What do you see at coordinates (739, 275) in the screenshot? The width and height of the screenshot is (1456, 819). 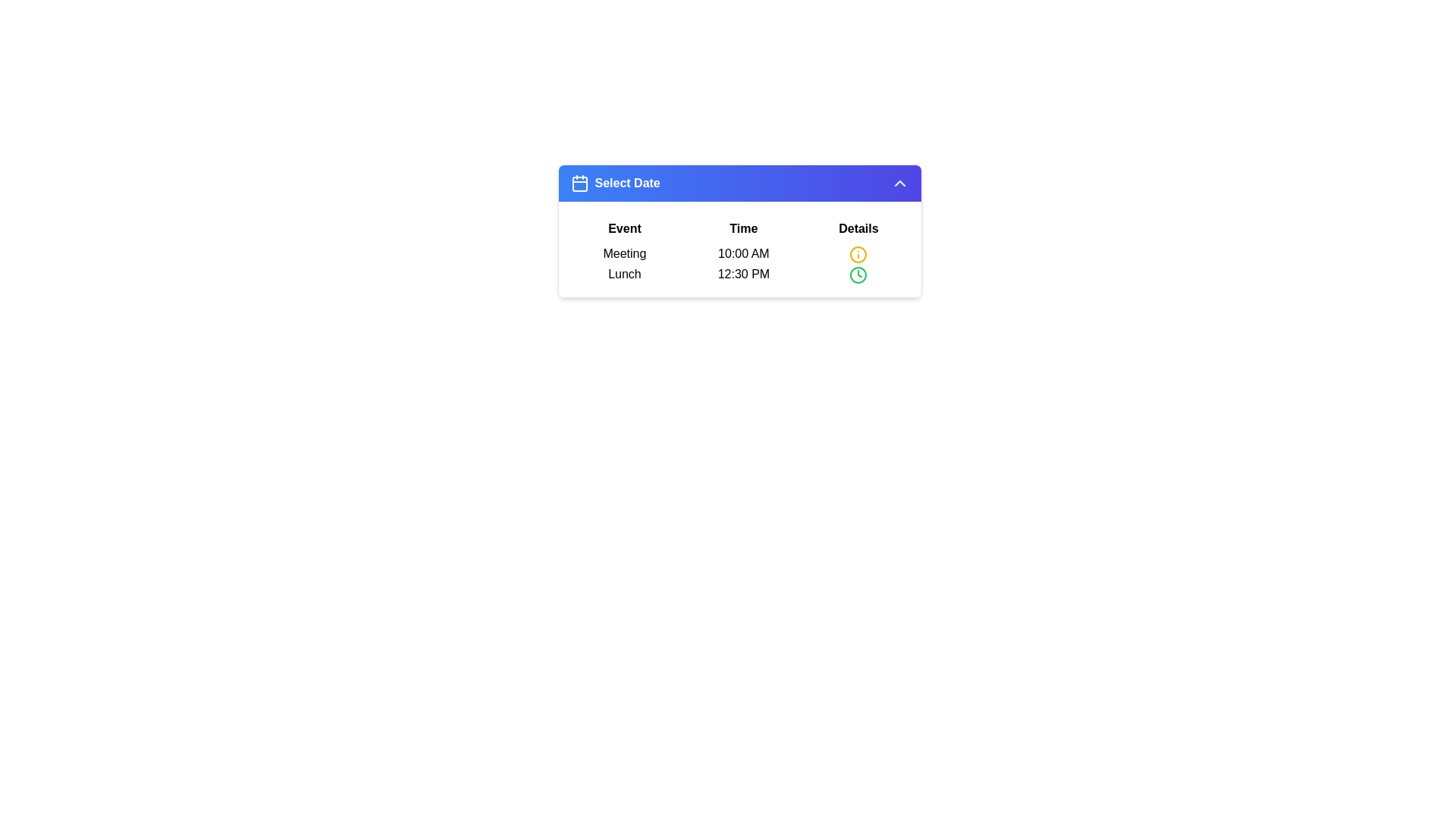 I see `scheduled event information displayed in the second row of the table, which contains the event name 'Lunch' and its scheduled time '12:30 PM'` at bounding box center [739, 275].